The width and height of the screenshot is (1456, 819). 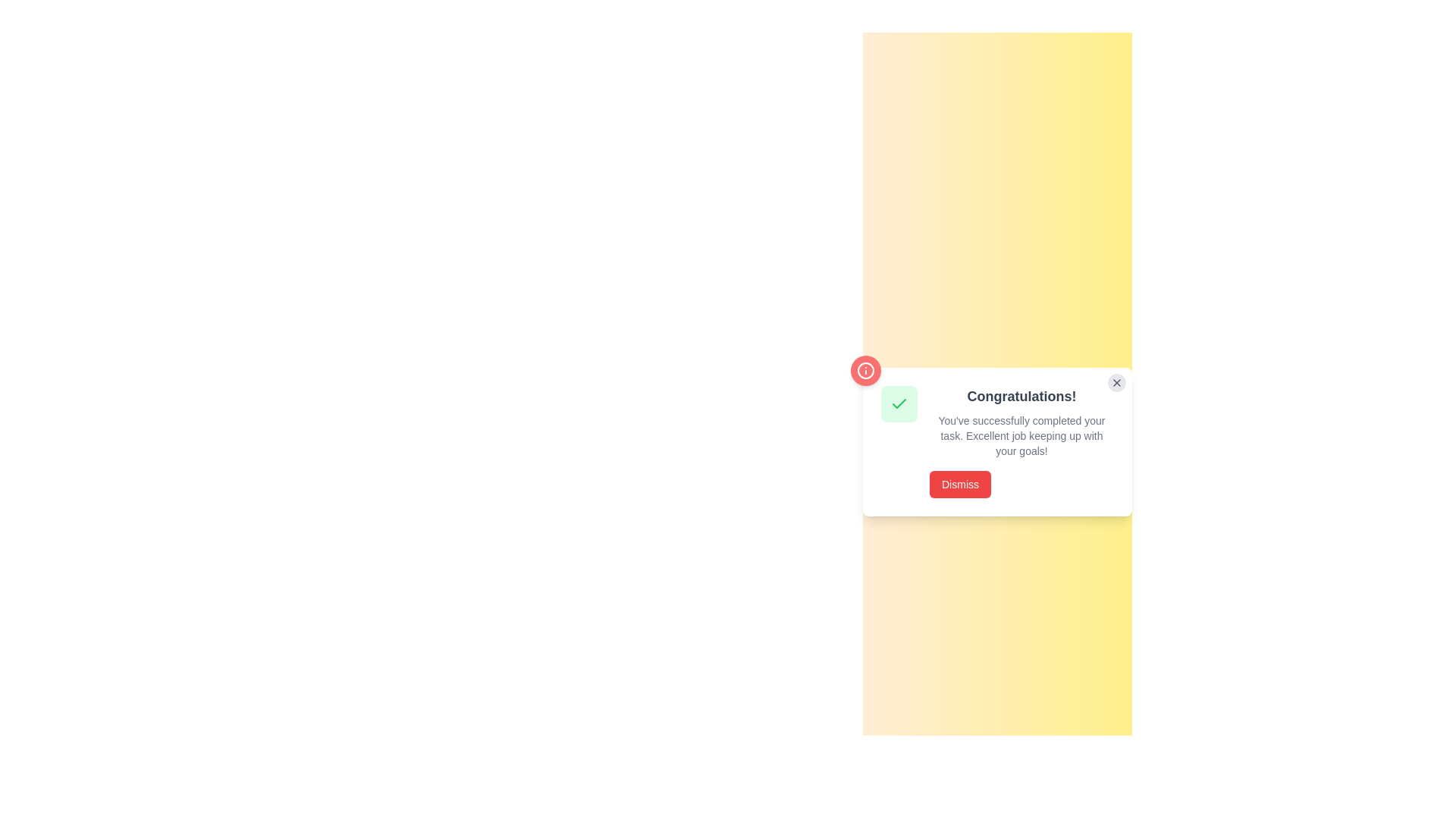 What do you see at coordinates (899, 403) in the screenshot?
I see `the state of the success indicator icon located at the top-left corner of the notification card, just above the title text 'Congratulations!'` at bounding box center [899, 403].